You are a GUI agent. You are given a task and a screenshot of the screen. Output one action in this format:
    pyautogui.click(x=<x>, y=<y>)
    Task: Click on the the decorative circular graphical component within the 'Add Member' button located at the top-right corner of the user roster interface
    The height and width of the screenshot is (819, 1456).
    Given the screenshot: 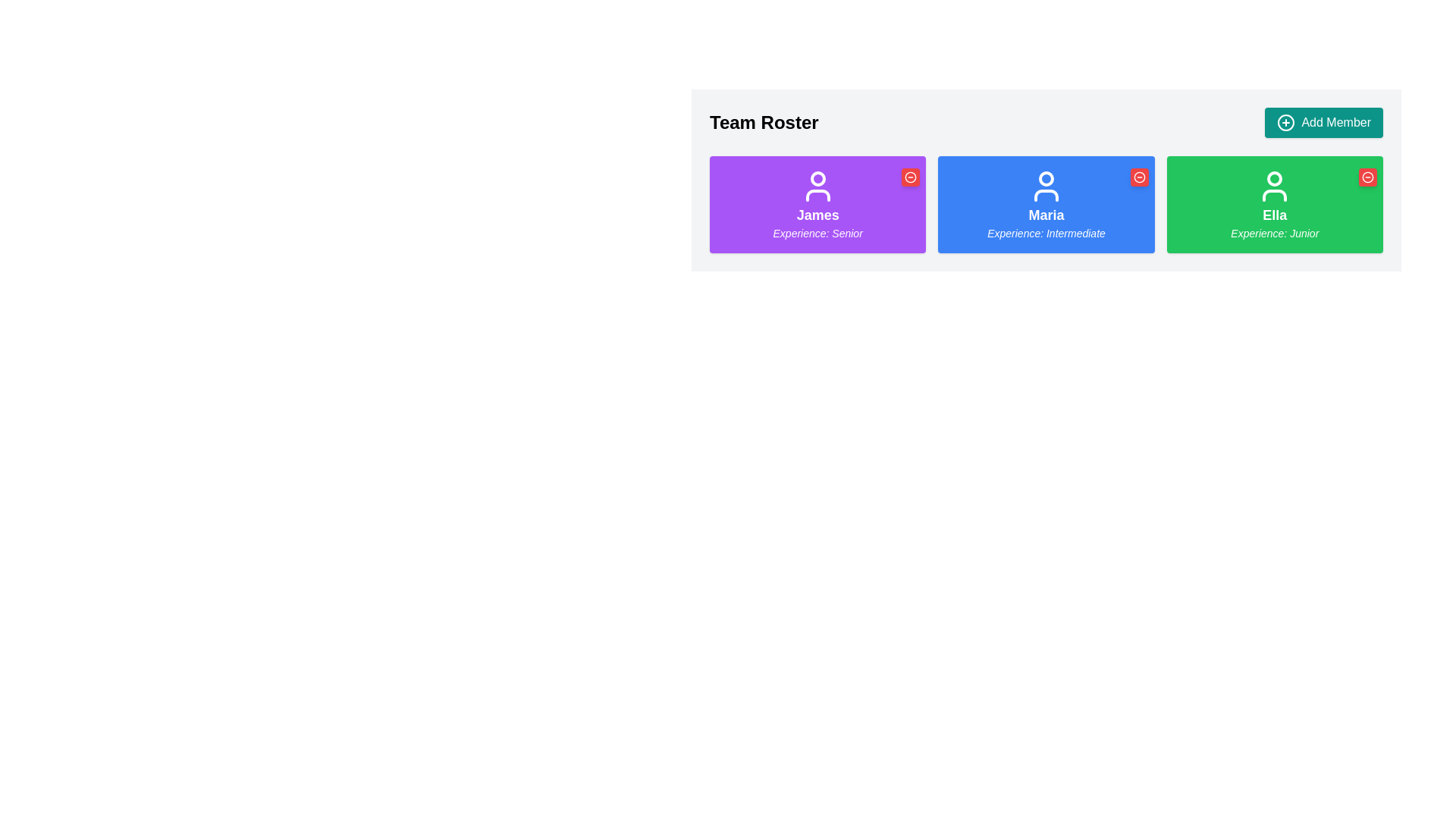 What is the action you would take?
    pyautogui.click(x=1285, y=122)
    